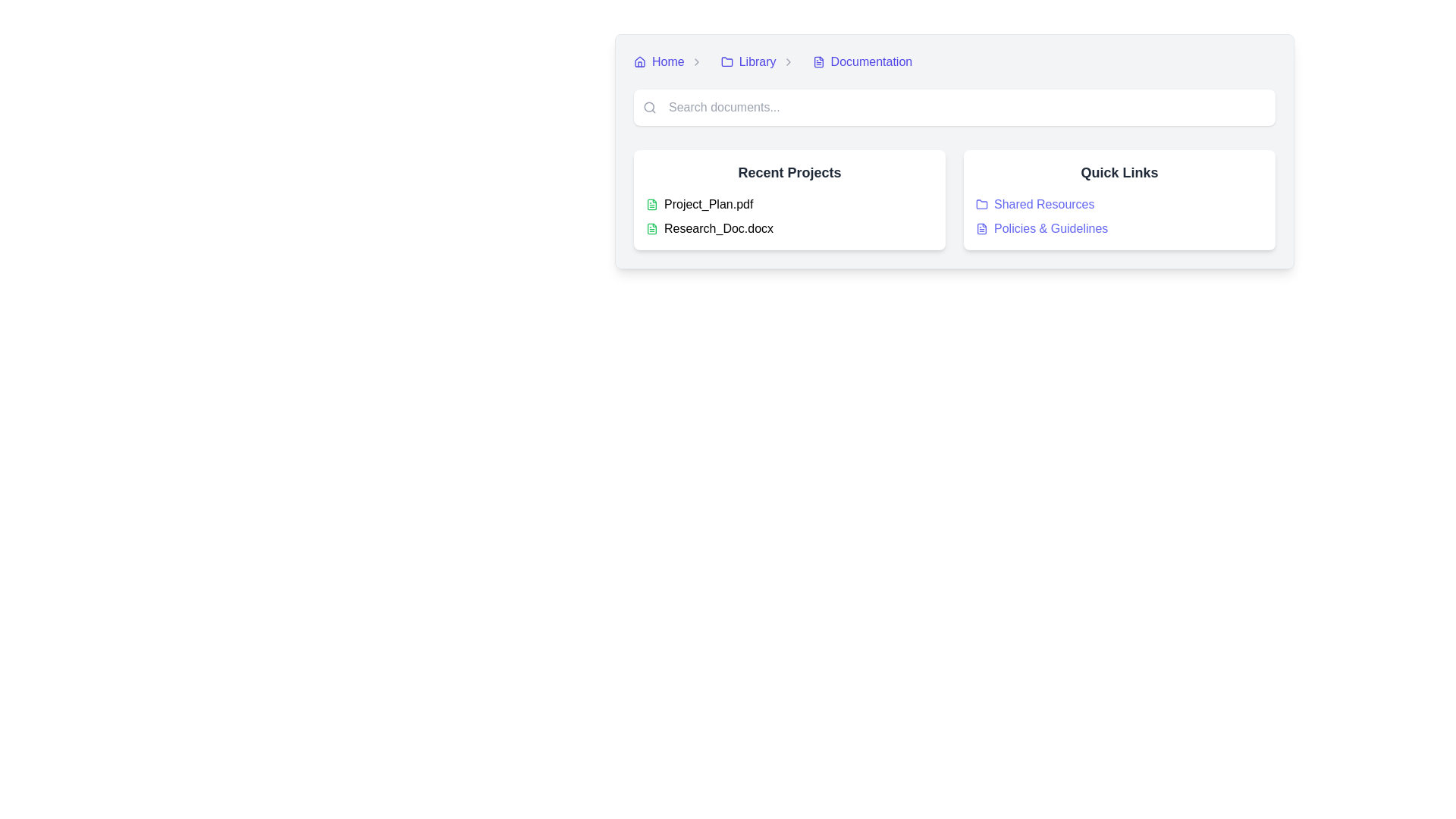 Image resolution: width=1456 pixels, height=819 pixels. I want to click on the house icon with a black outline, located in the horizontal navigation bar next to the underlined 'Home' text, so click(640, 61).